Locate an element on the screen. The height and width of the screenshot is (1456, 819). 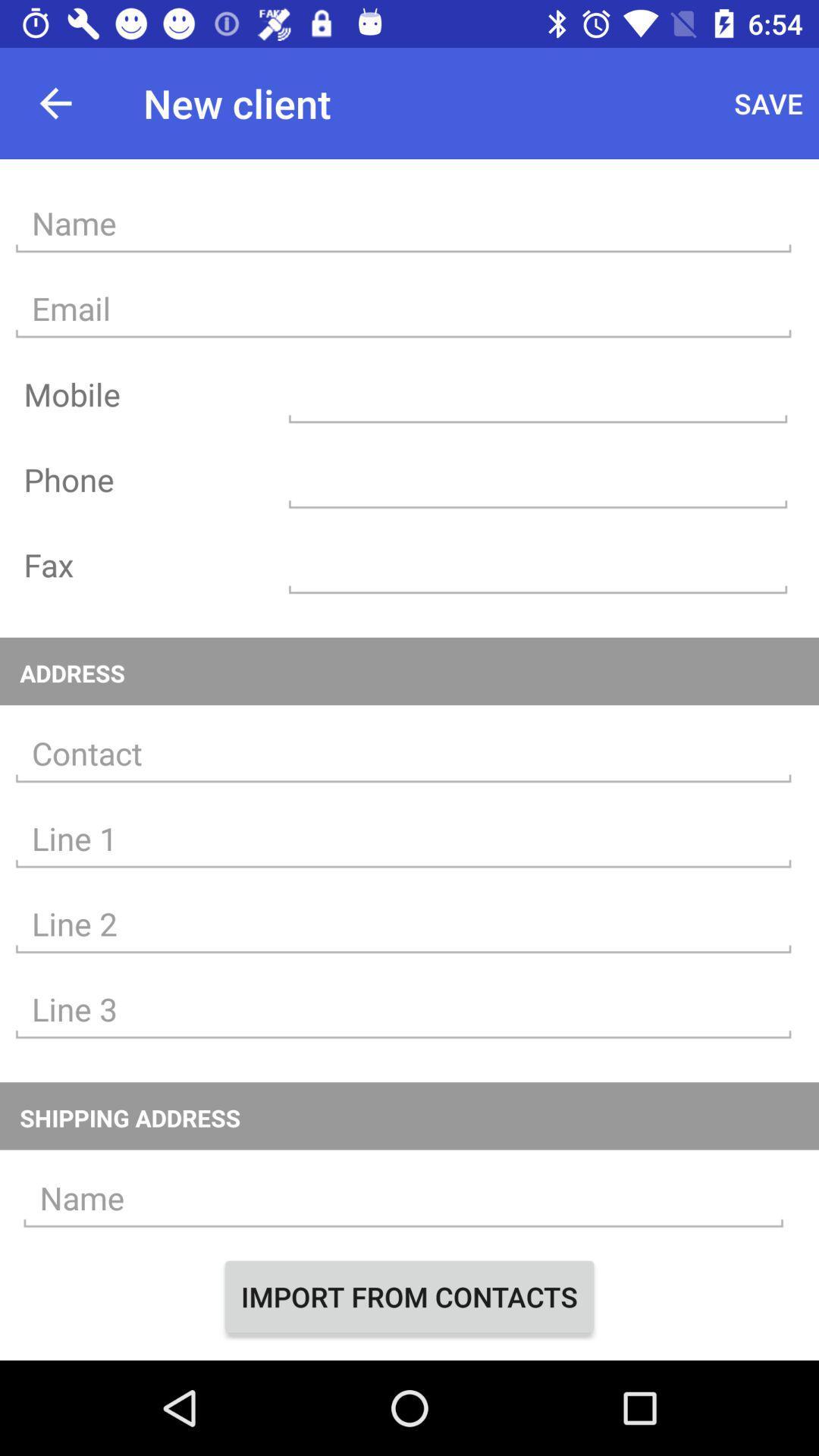
an address into line 3 is located at coordinates (403, 1009).